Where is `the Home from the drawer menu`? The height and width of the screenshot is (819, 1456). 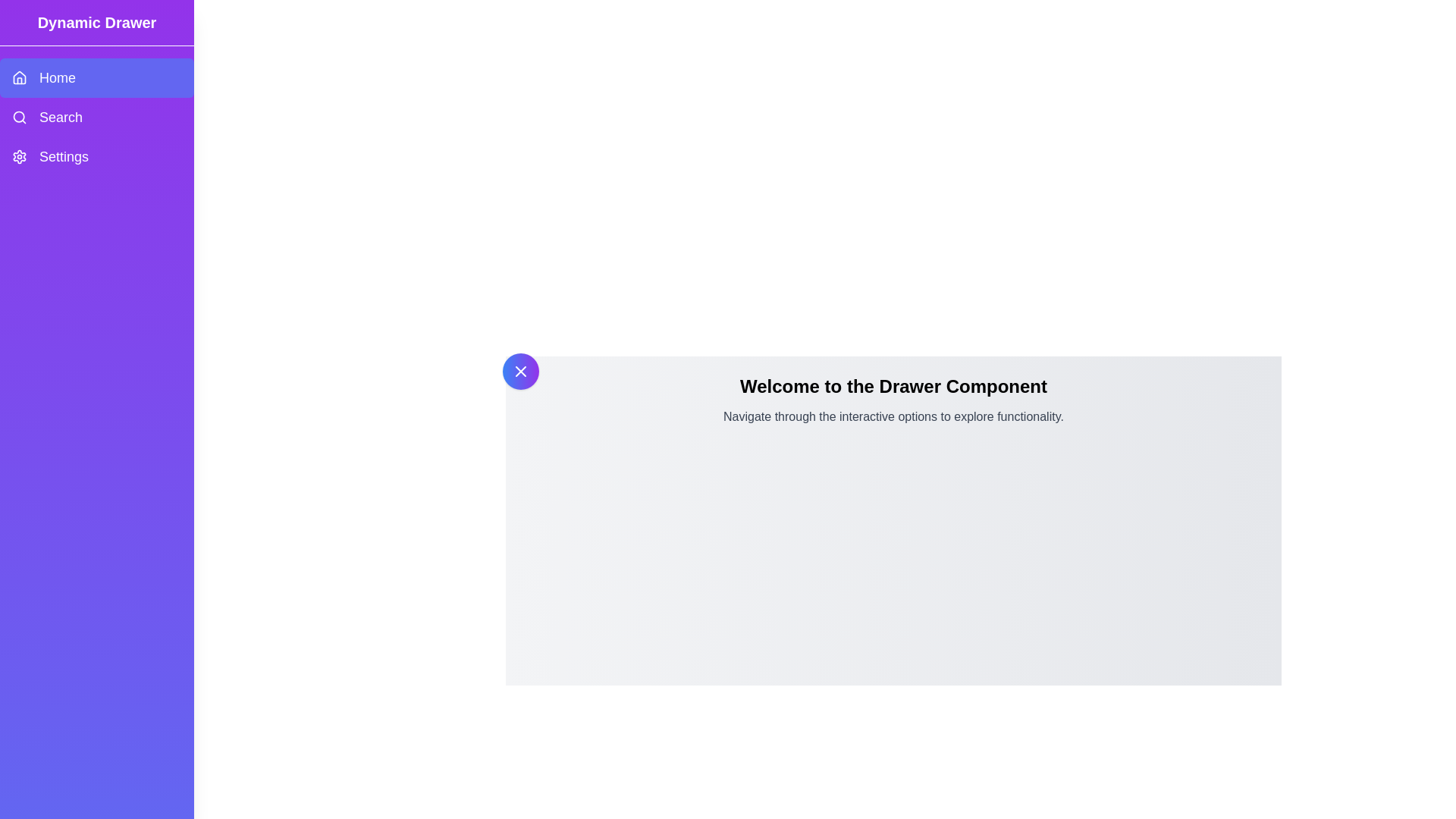
the Home from the drawer menu is located at coordinates (96, 78).